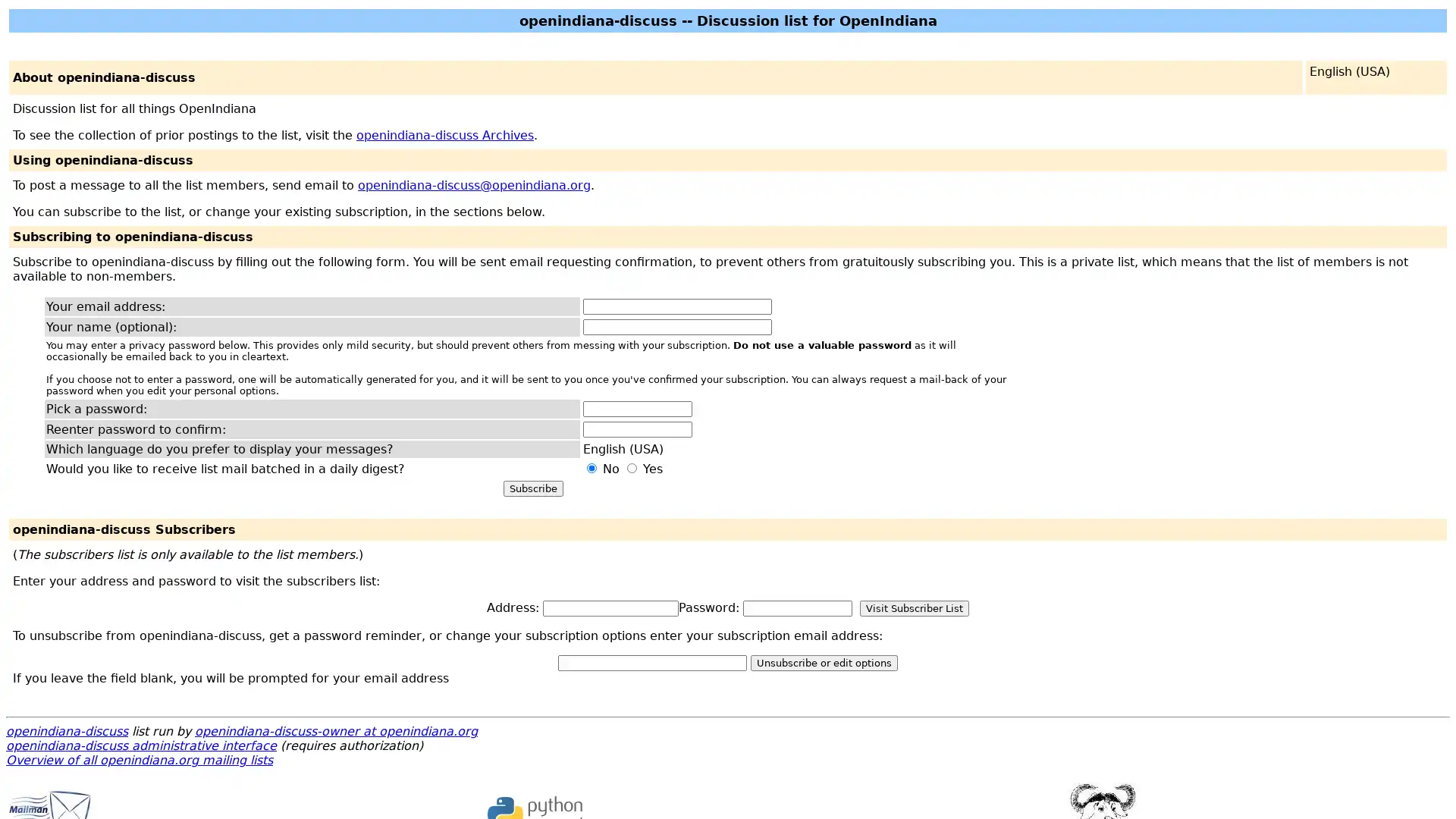 This screenshot has height=819, width=1456. What do you see at coordinates (532, 488) in the screenshot?
I see `Subscribe` at bounding box center [532, 488].